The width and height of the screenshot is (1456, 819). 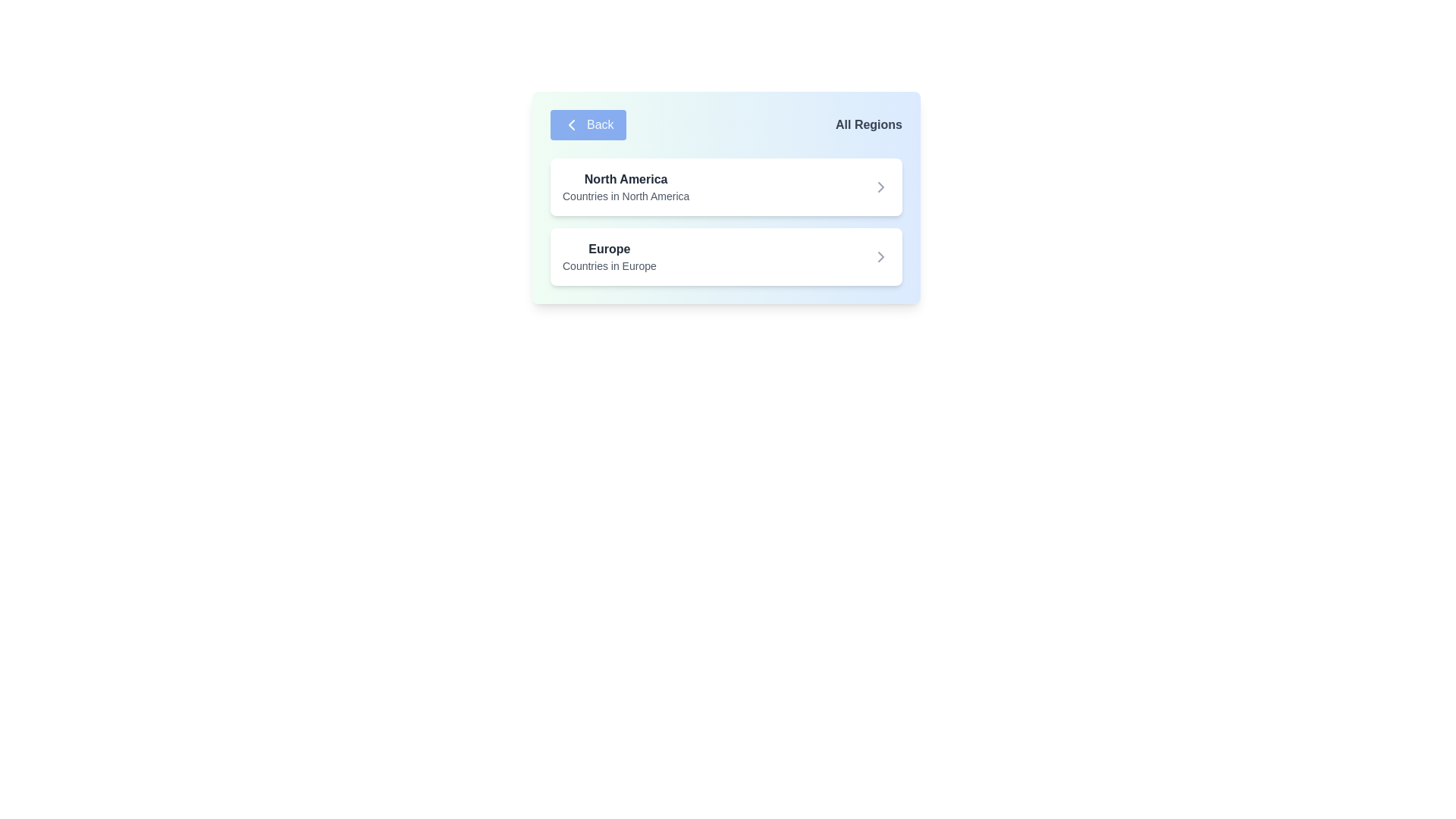 What do you see at coordinates (726, 256) in the screenshot?
I see `the second card in the list that represents the Europe region` at bounding box center [726, 256].